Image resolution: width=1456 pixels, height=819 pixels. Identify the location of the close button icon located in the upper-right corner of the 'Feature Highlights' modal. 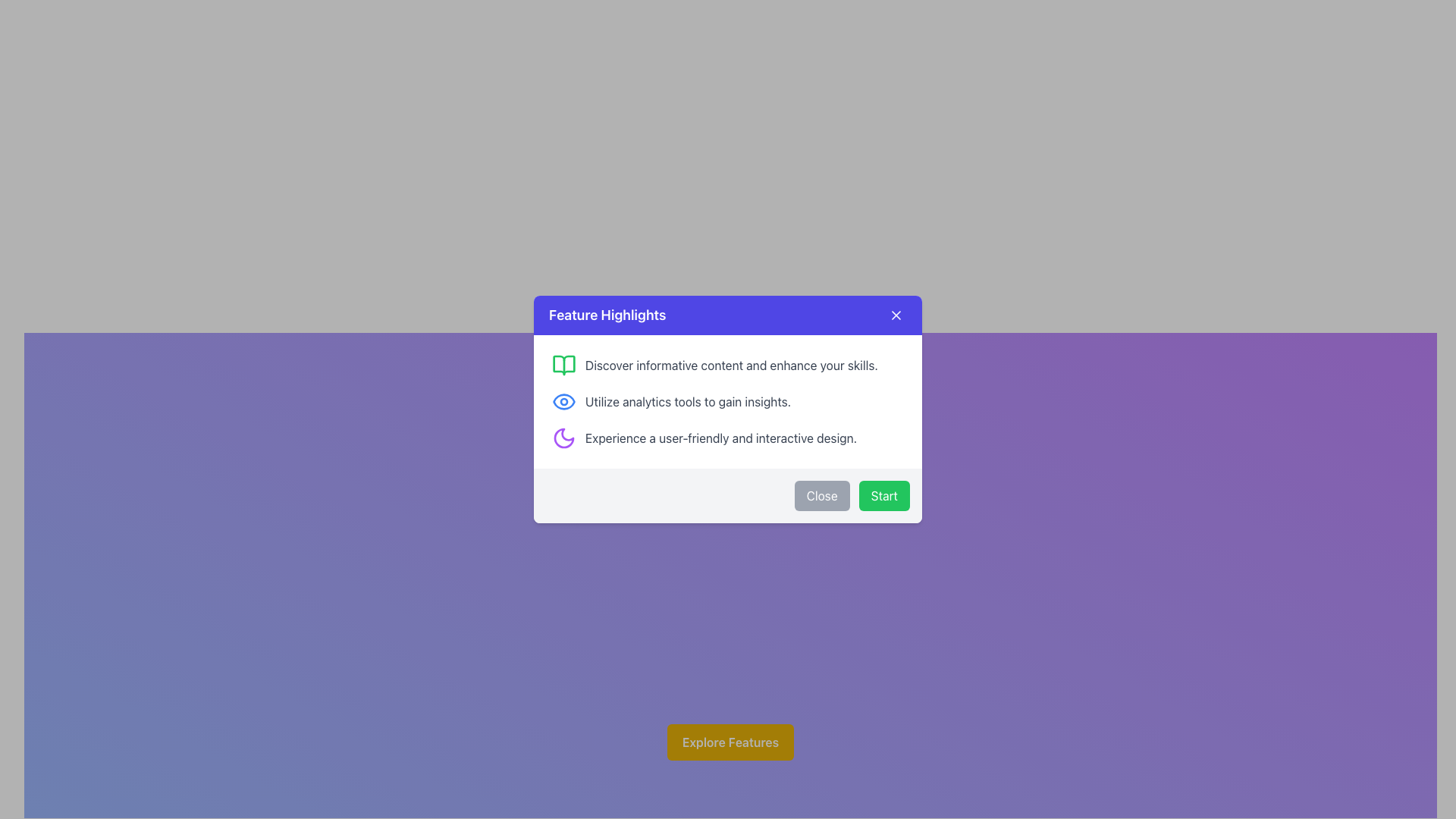
(896, 315).